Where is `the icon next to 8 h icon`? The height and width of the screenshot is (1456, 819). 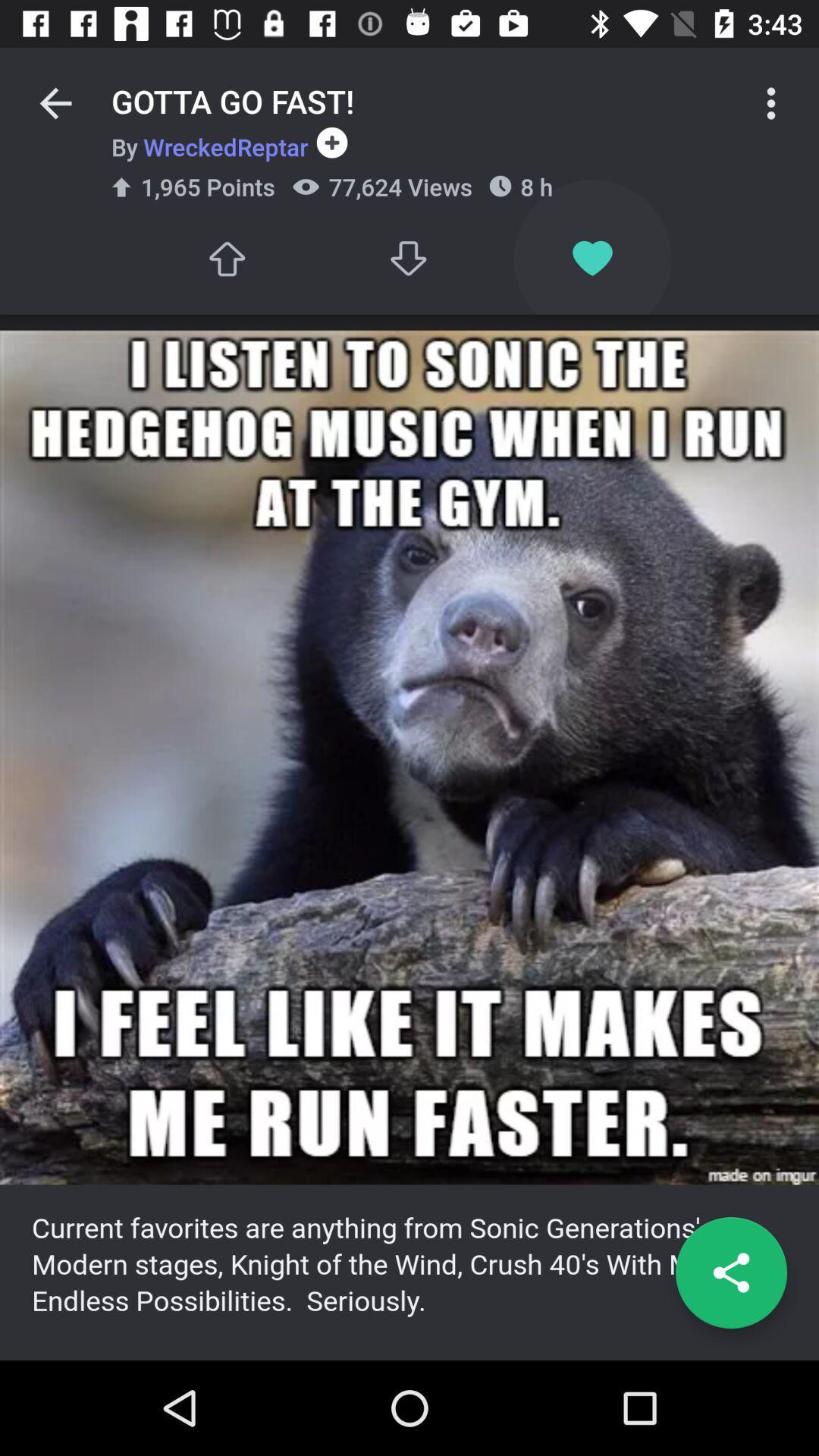
the icon next to 8 h icon is located at coordinates (327, 143).